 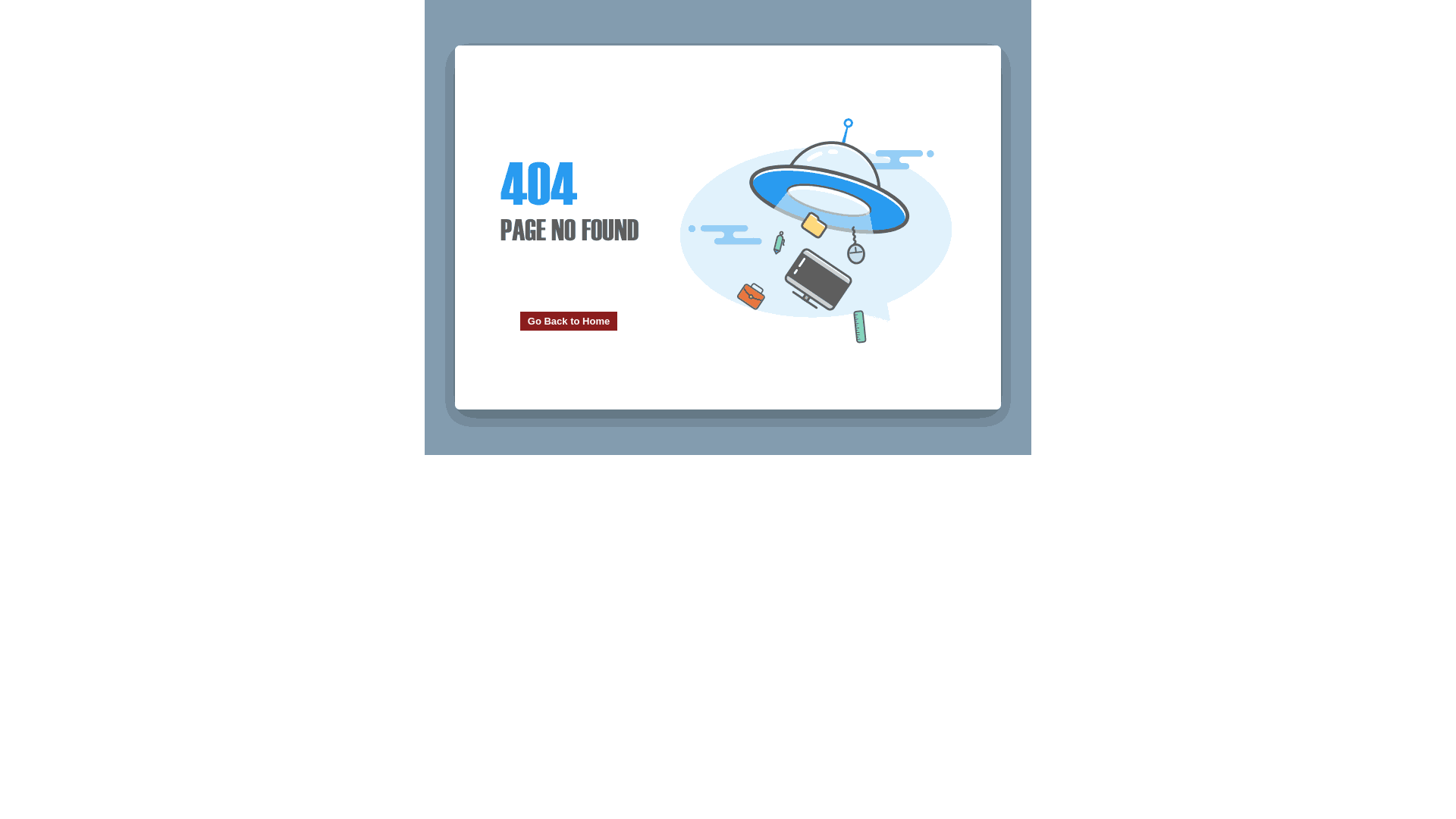 I want to click on 'Go Back to Home', so click(x=567, y=320).